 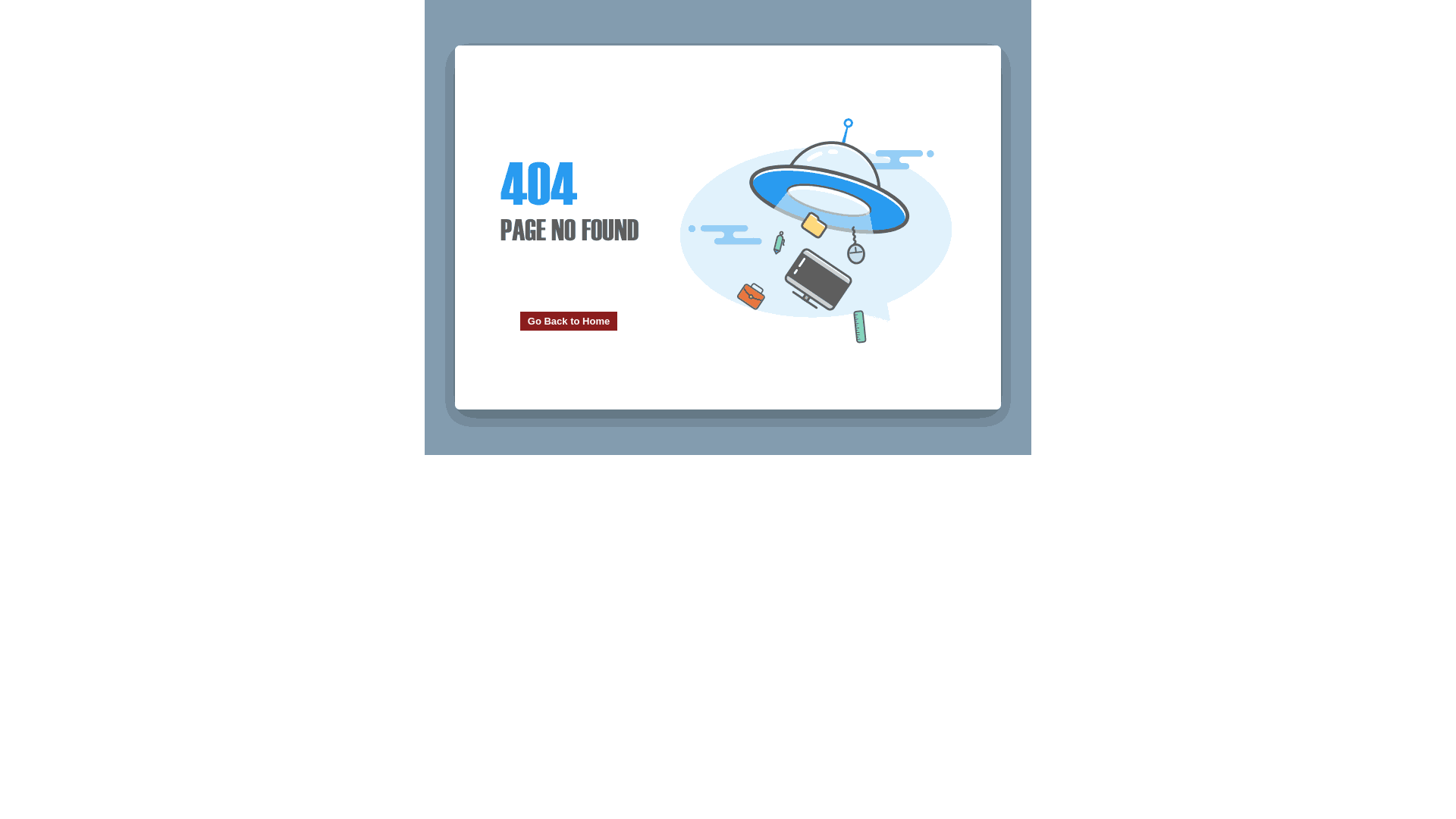 I want to click on 'Go Back to Home', so click(x=567, y=320).